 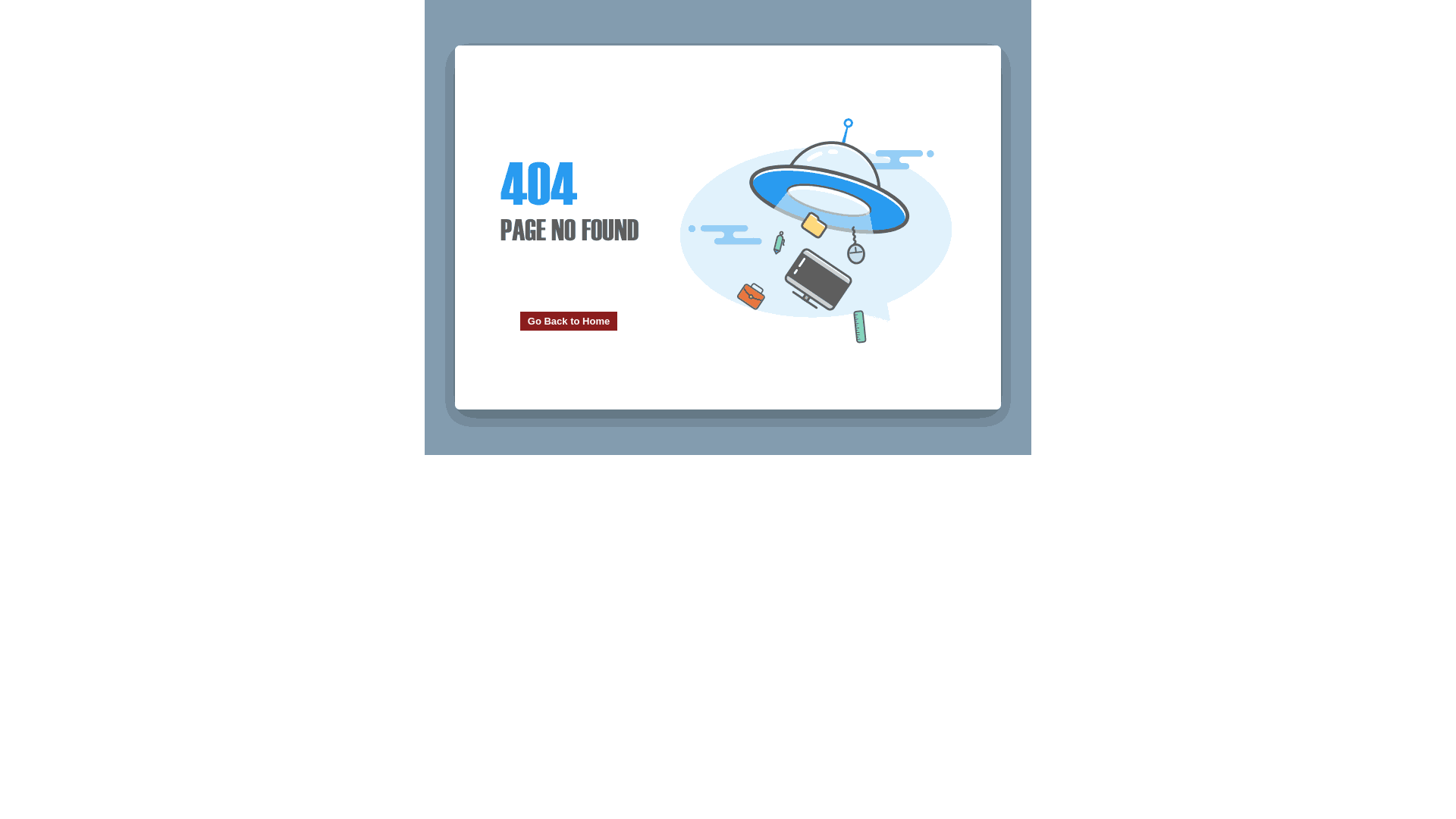 I want to click on 'Go Back to Home', so click(x=567, y=320).